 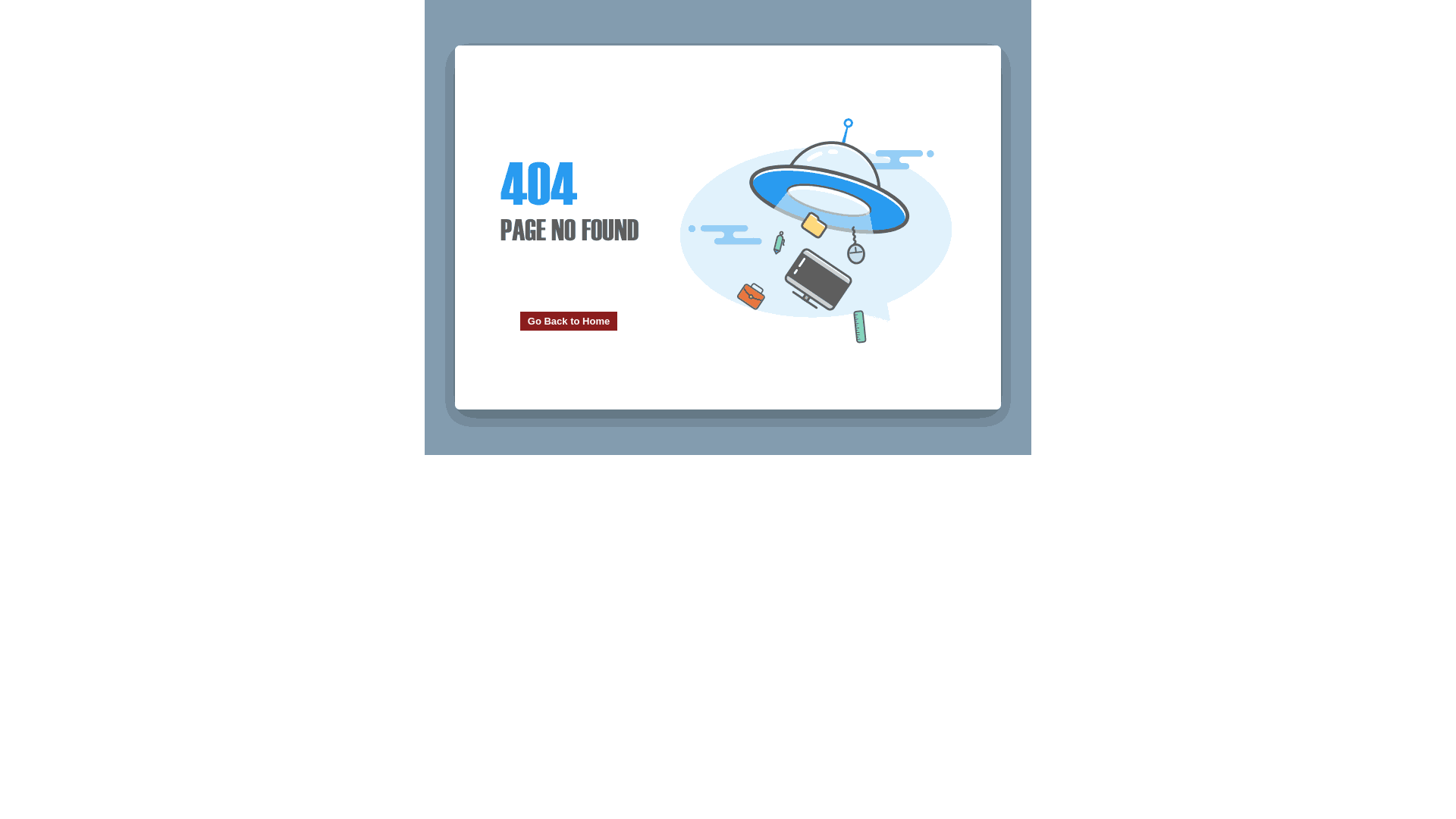 I want to click on 'Go Back to Home', so click(x=567, y=320).